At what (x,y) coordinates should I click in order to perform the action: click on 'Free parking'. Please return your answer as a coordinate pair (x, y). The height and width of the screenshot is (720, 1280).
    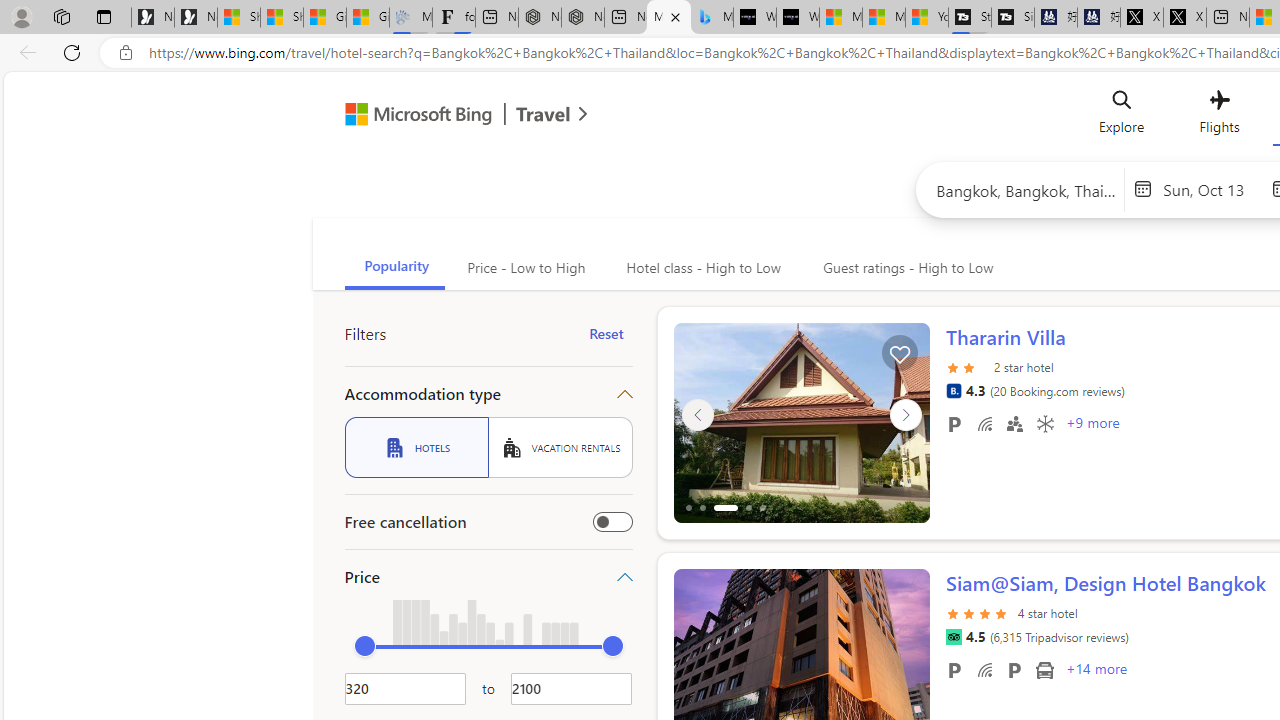
    Looking at the image, I should click on (953, 669).